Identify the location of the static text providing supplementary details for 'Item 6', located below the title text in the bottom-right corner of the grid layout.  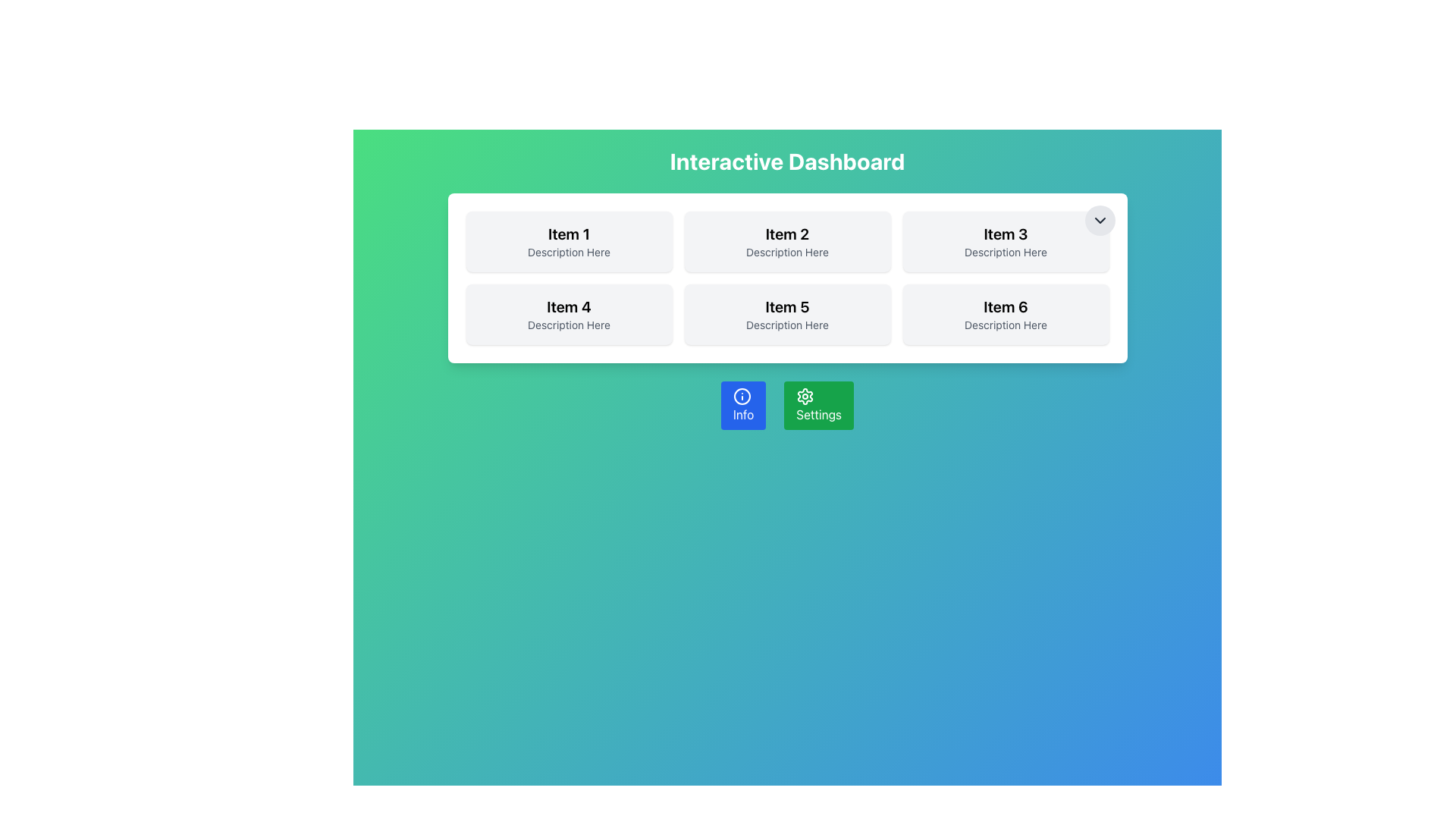
(1006, 324).